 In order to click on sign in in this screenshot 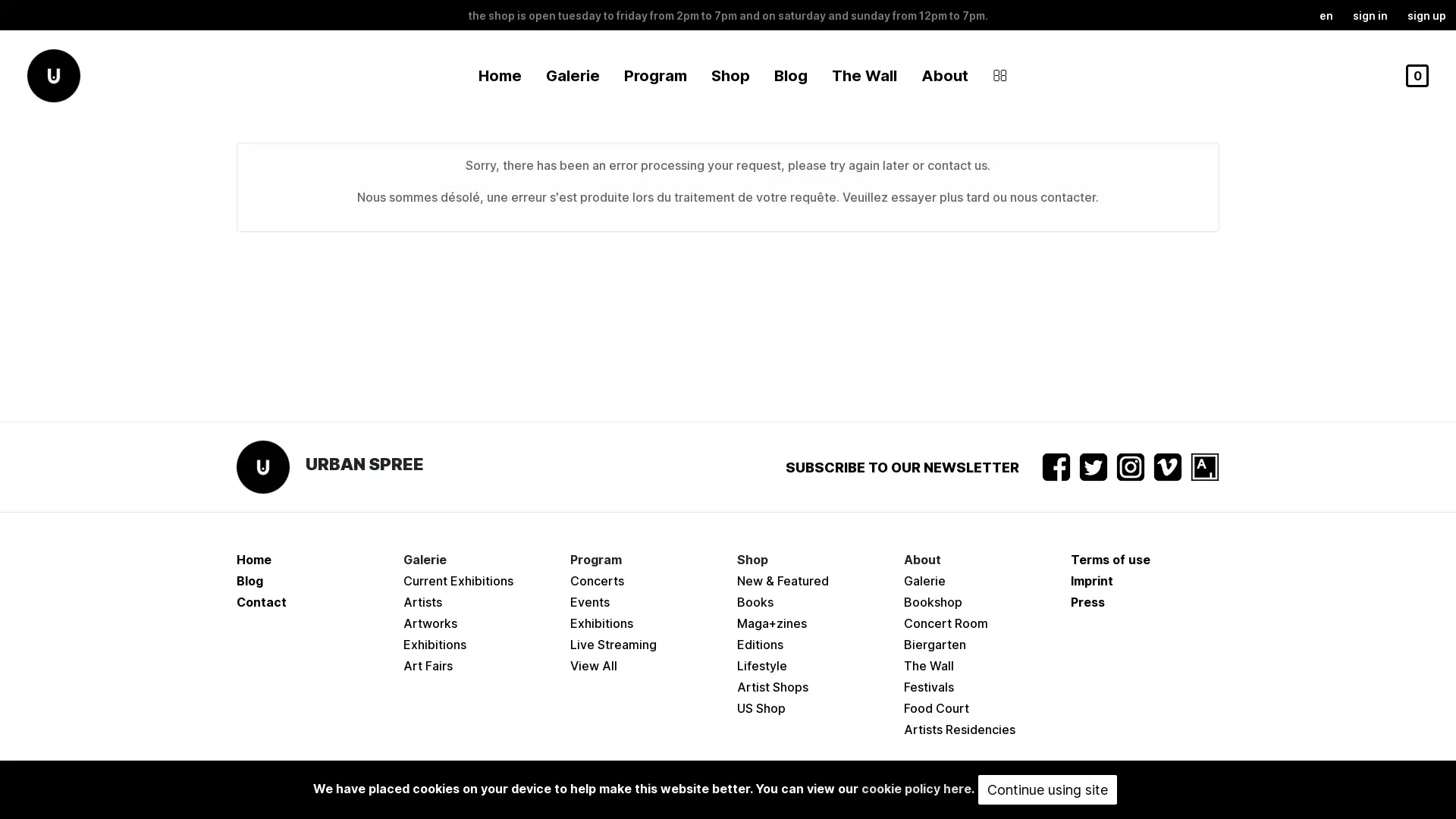, I will do `click(1370, 14)`.